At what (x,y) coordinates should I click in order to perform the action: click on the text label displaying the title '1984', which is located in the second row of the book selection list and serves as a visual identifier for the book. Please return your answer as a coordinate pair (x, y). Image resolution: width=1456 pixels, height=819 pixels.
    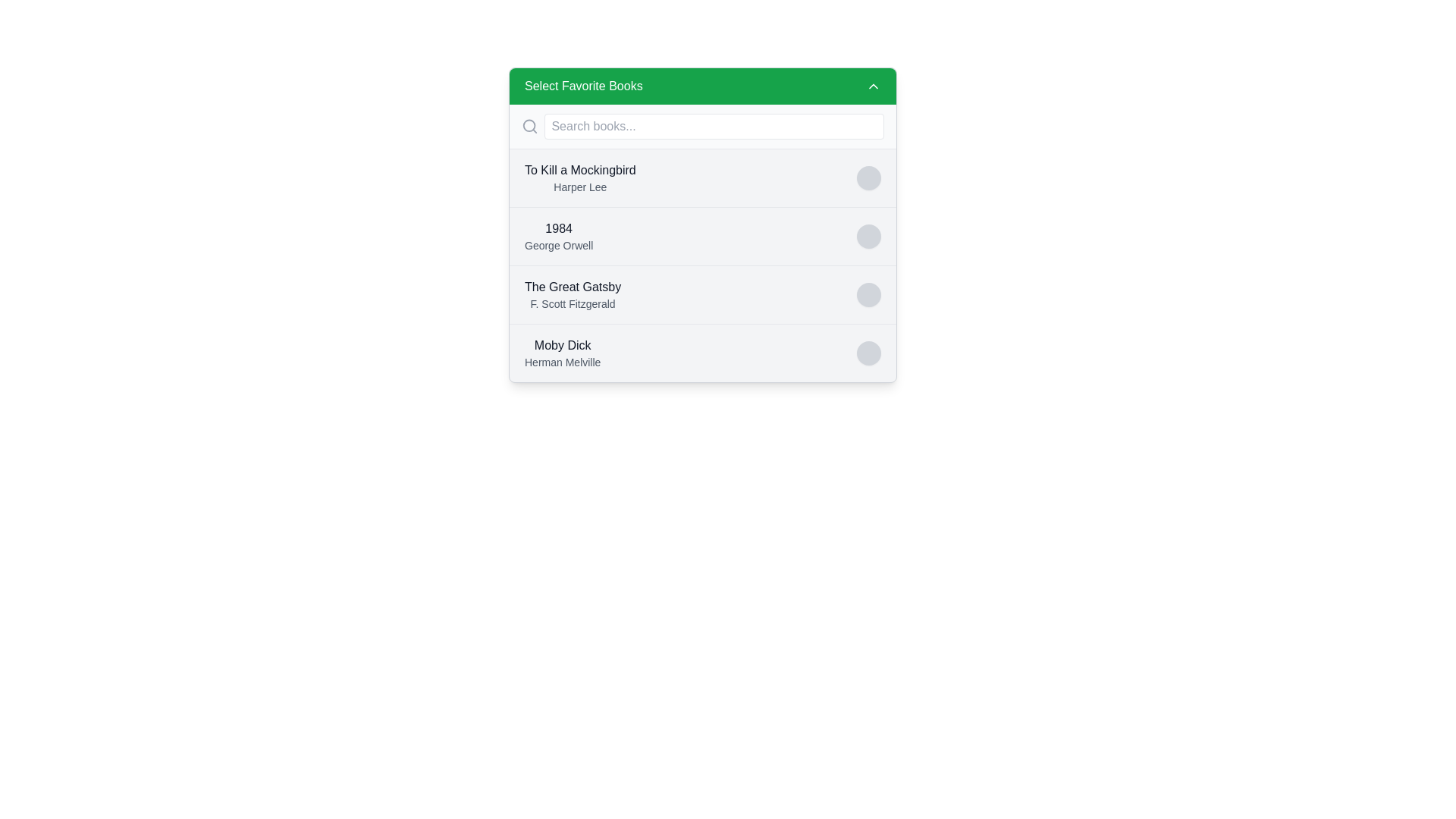
    Looking at the image, I should click on (558, 228).